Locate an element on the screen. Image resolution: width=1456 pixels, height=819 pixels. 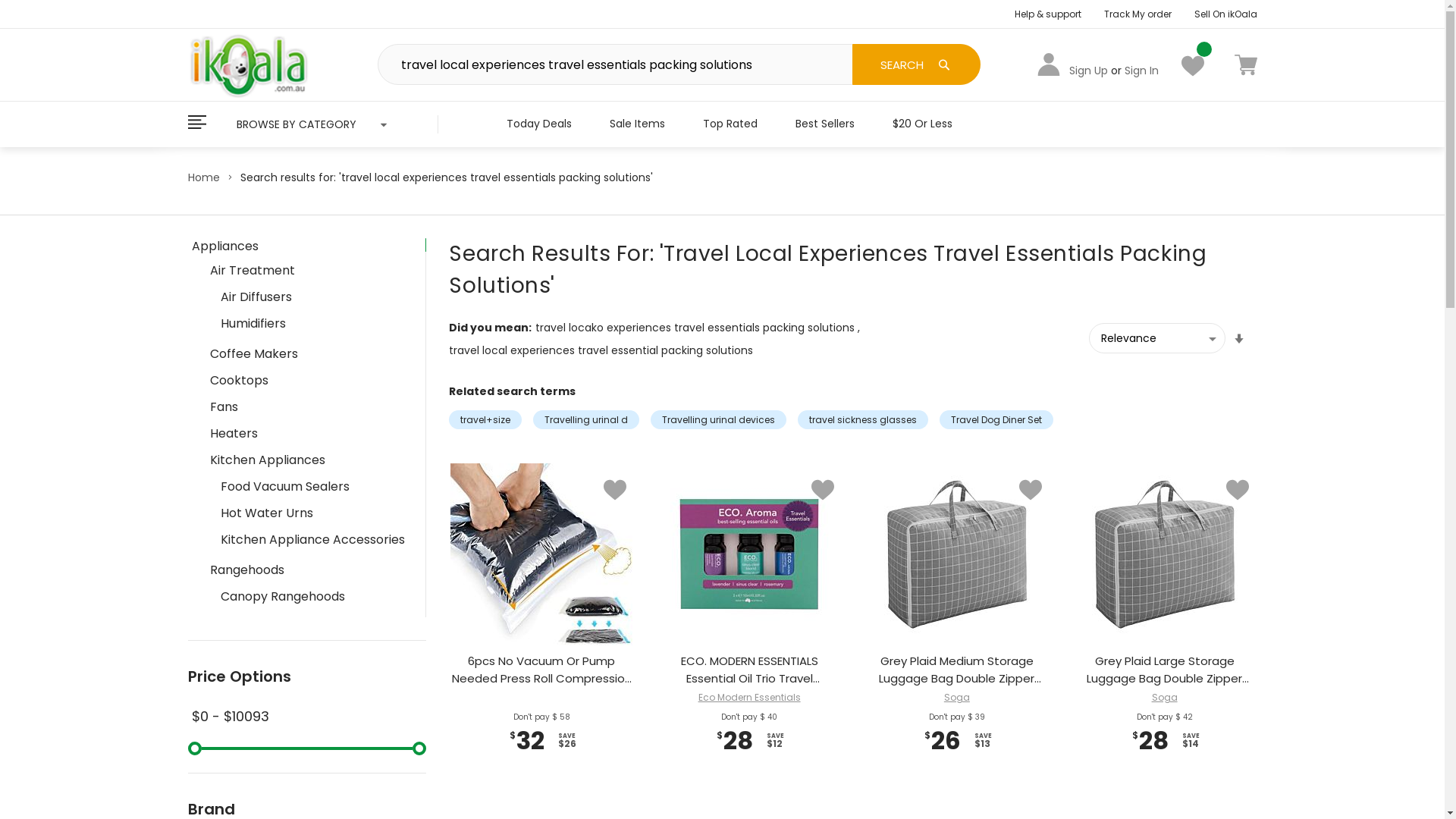
'Sign Up' is located at coordinates (1087, 70).